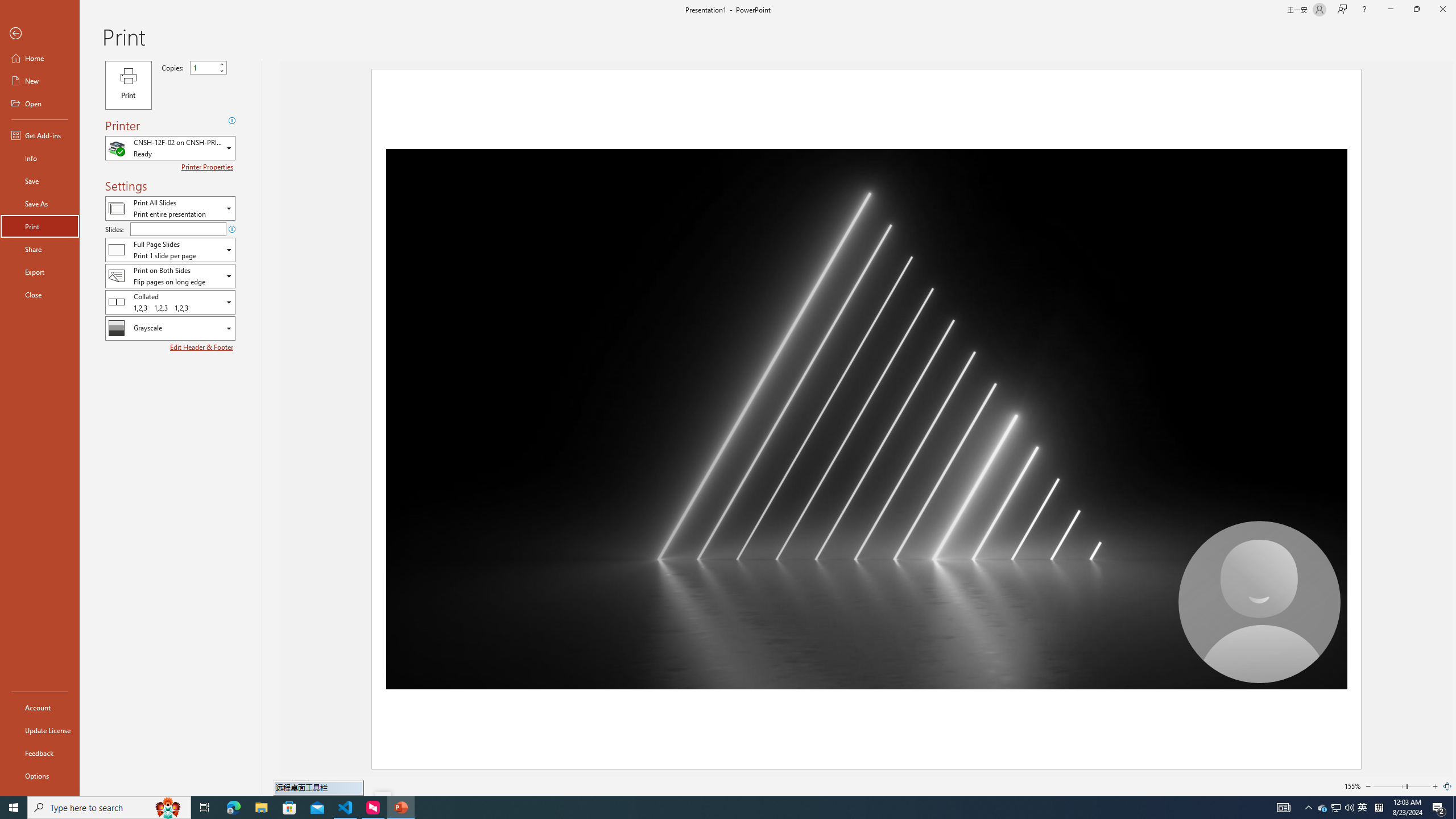  Describe the element at coordinates (39, 58) in the screenshot. I see `'Home'` at that location.